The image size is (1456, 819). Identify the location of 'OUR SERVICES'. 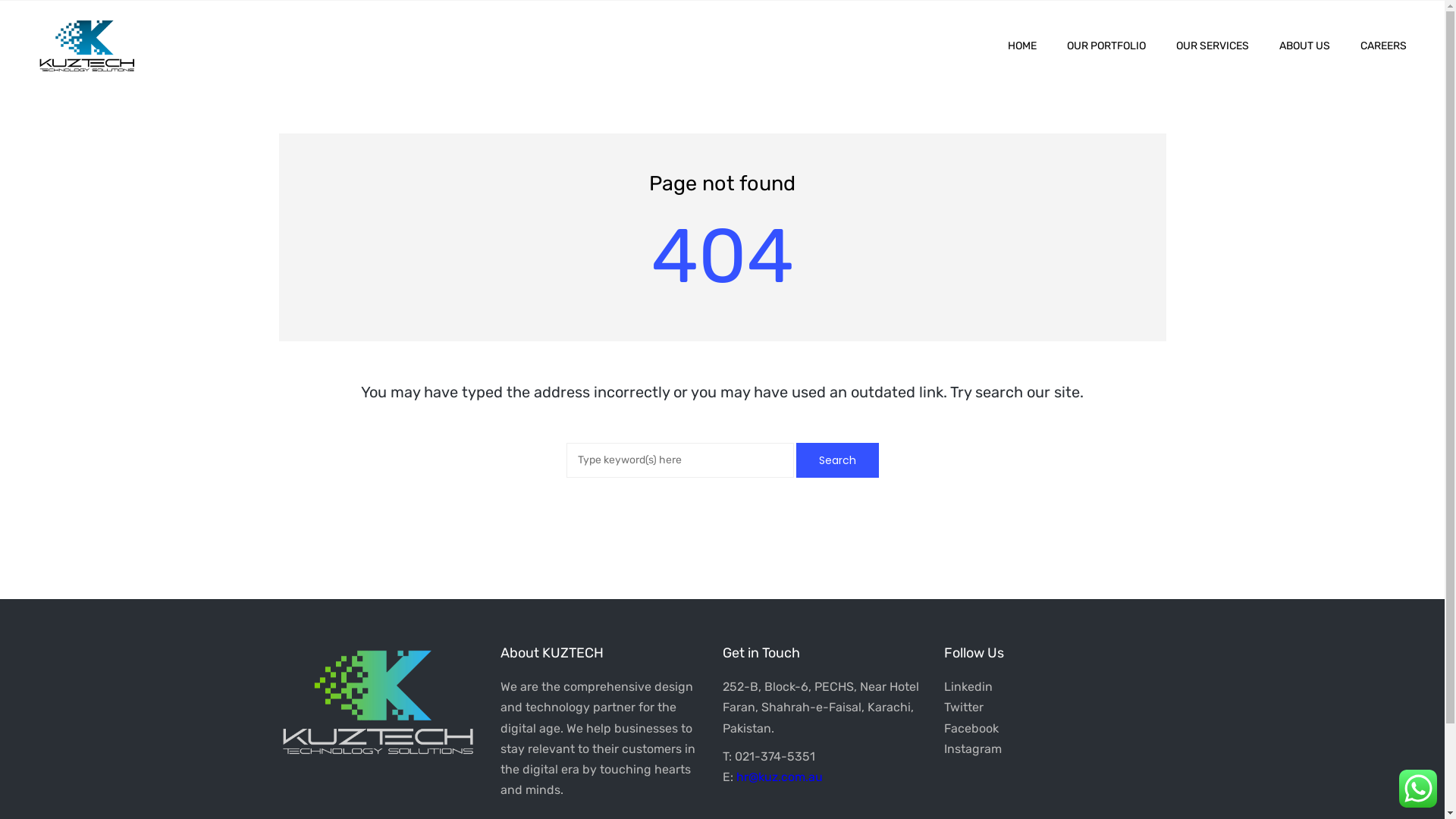
(1211, 45).